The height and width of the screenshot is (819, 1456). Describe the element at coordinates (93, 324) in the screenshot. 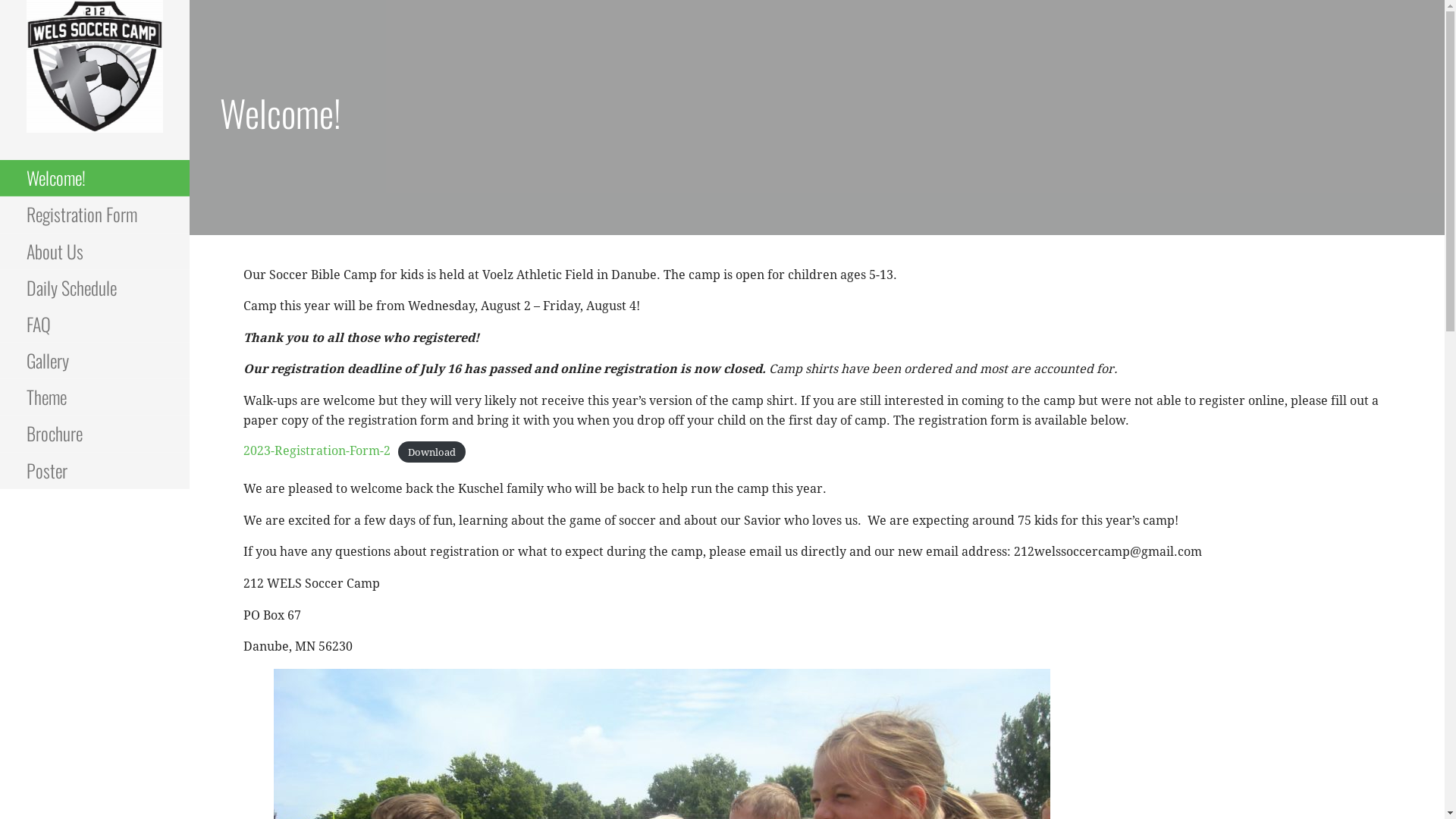

I see `'FAQ'` at that location.